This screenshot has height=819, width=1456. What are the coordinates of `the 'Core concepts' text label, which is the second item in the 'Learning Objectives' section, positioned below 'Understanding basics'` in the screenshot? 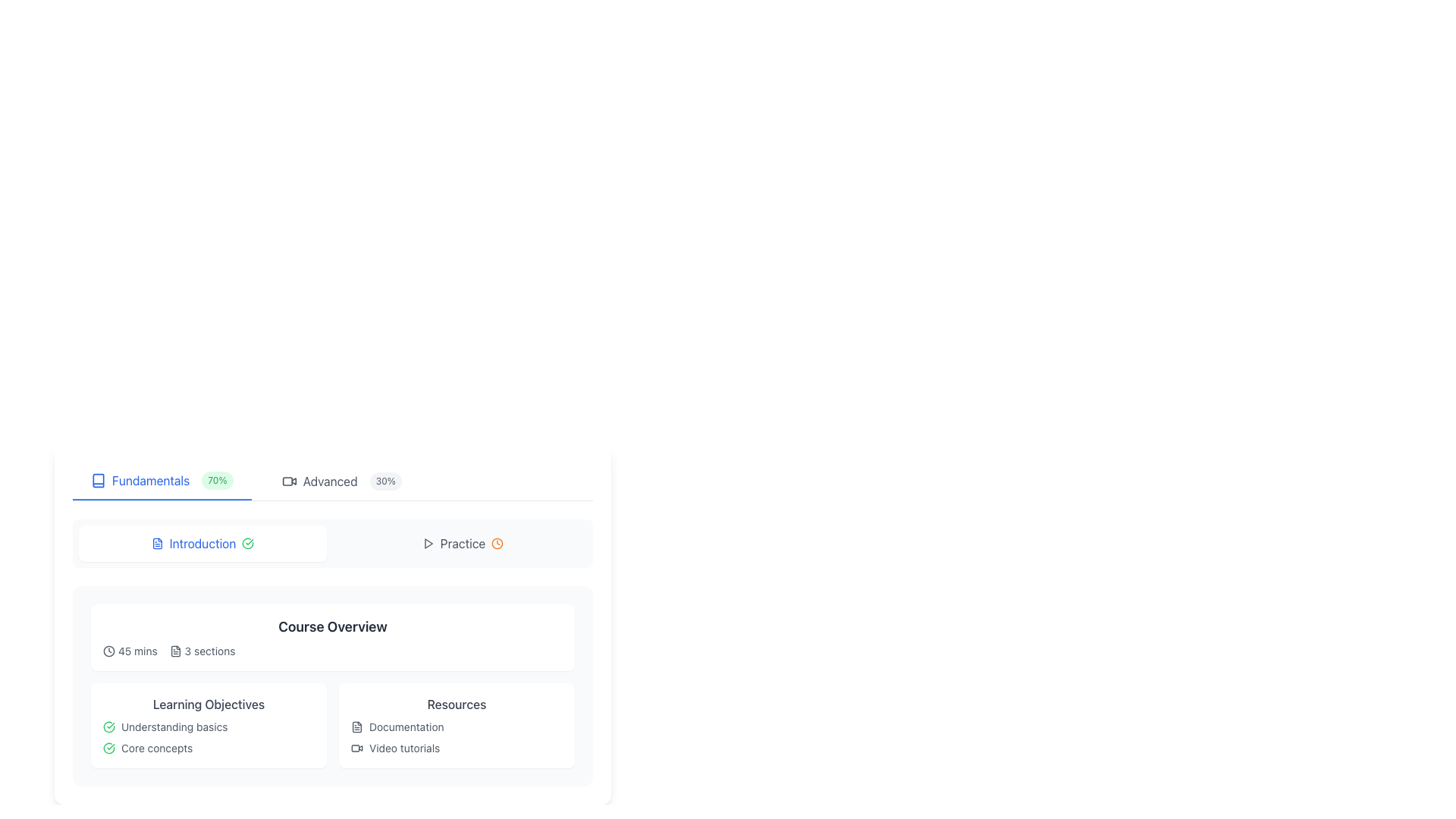 It's located at (157, 748).